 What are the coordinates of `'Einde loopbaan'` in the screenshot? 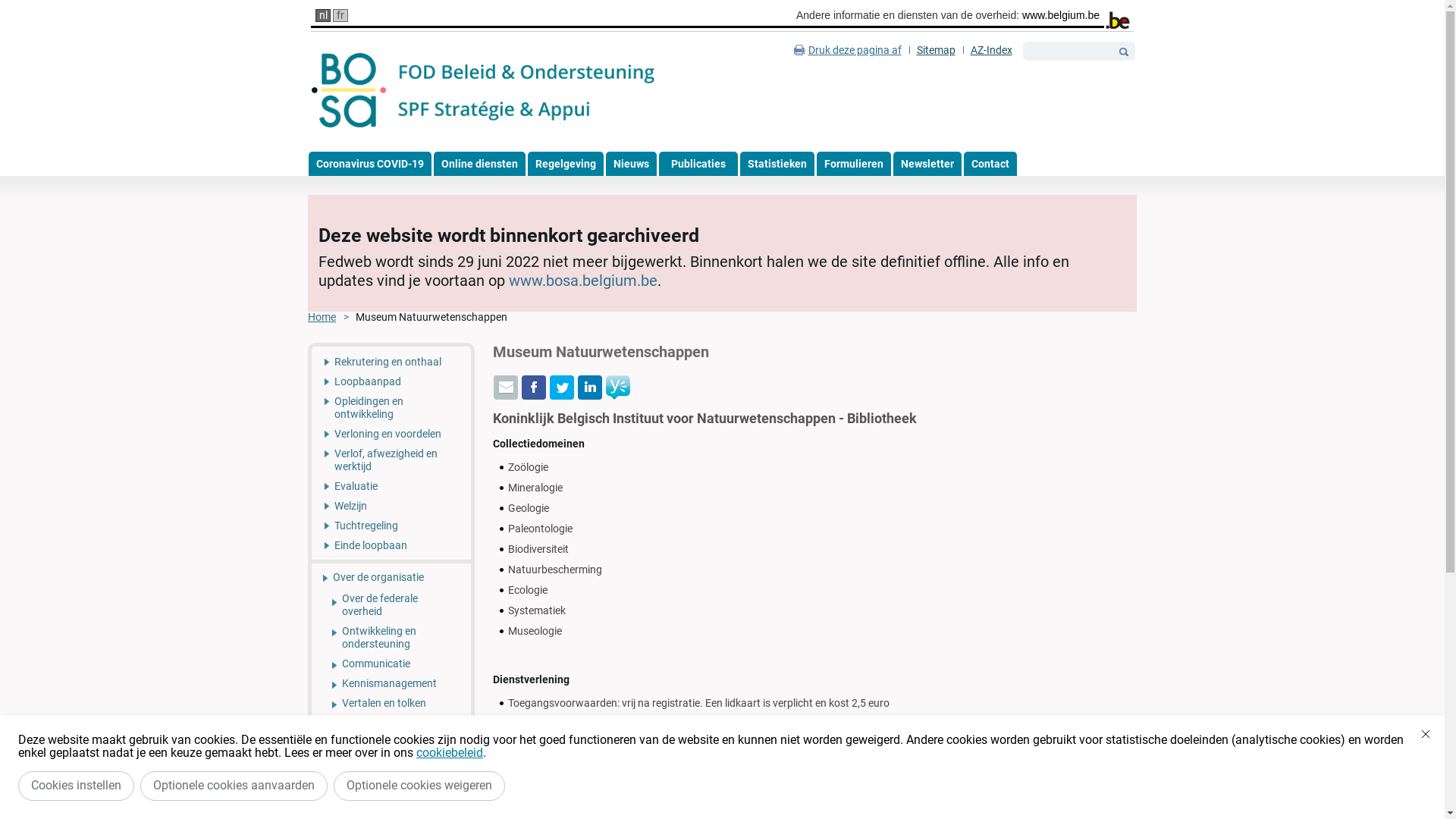 It's located at (311, 547).